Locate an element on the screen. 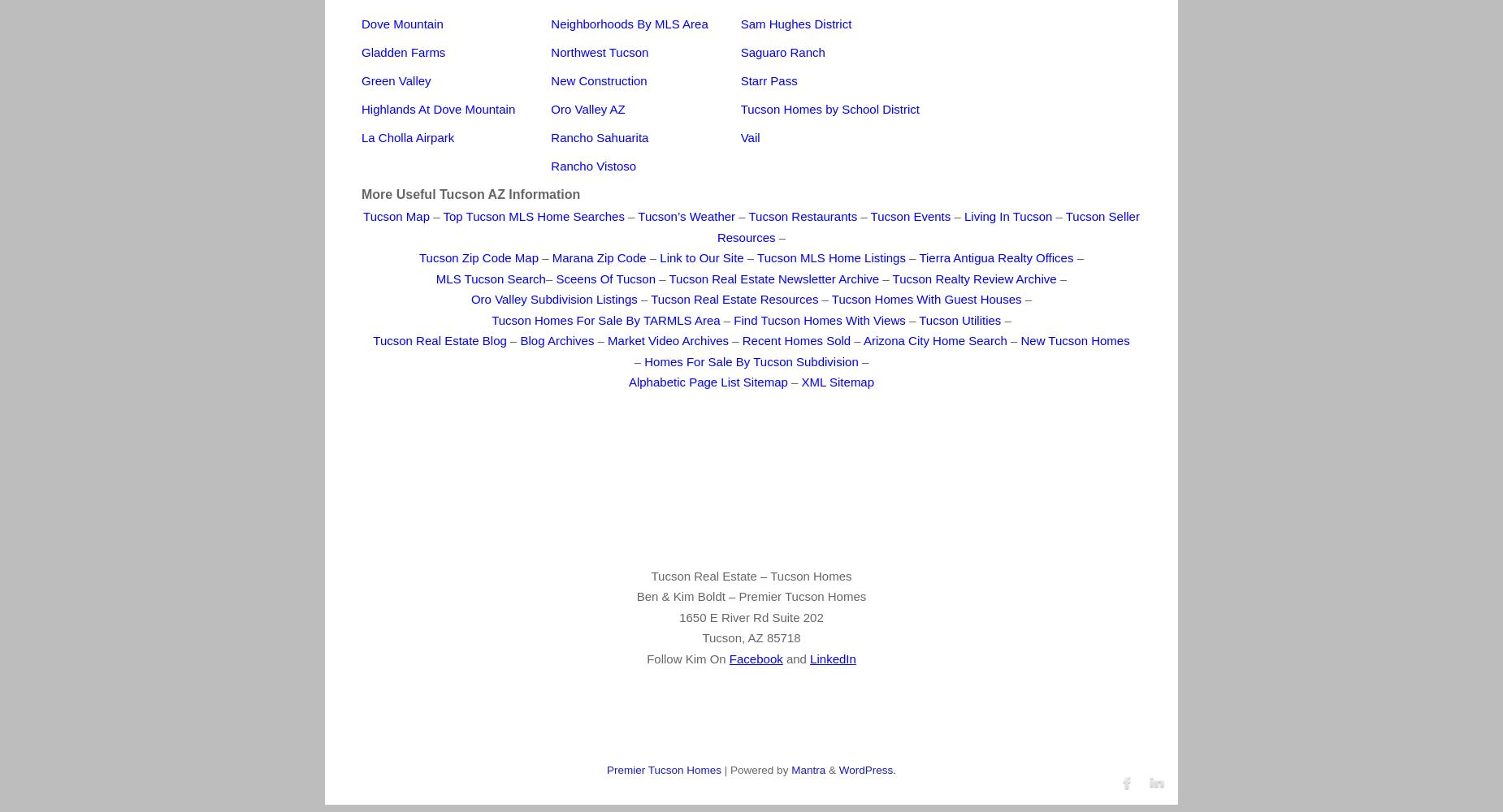  'Sceens Of Tucson' is located at coordinates (607, 277).